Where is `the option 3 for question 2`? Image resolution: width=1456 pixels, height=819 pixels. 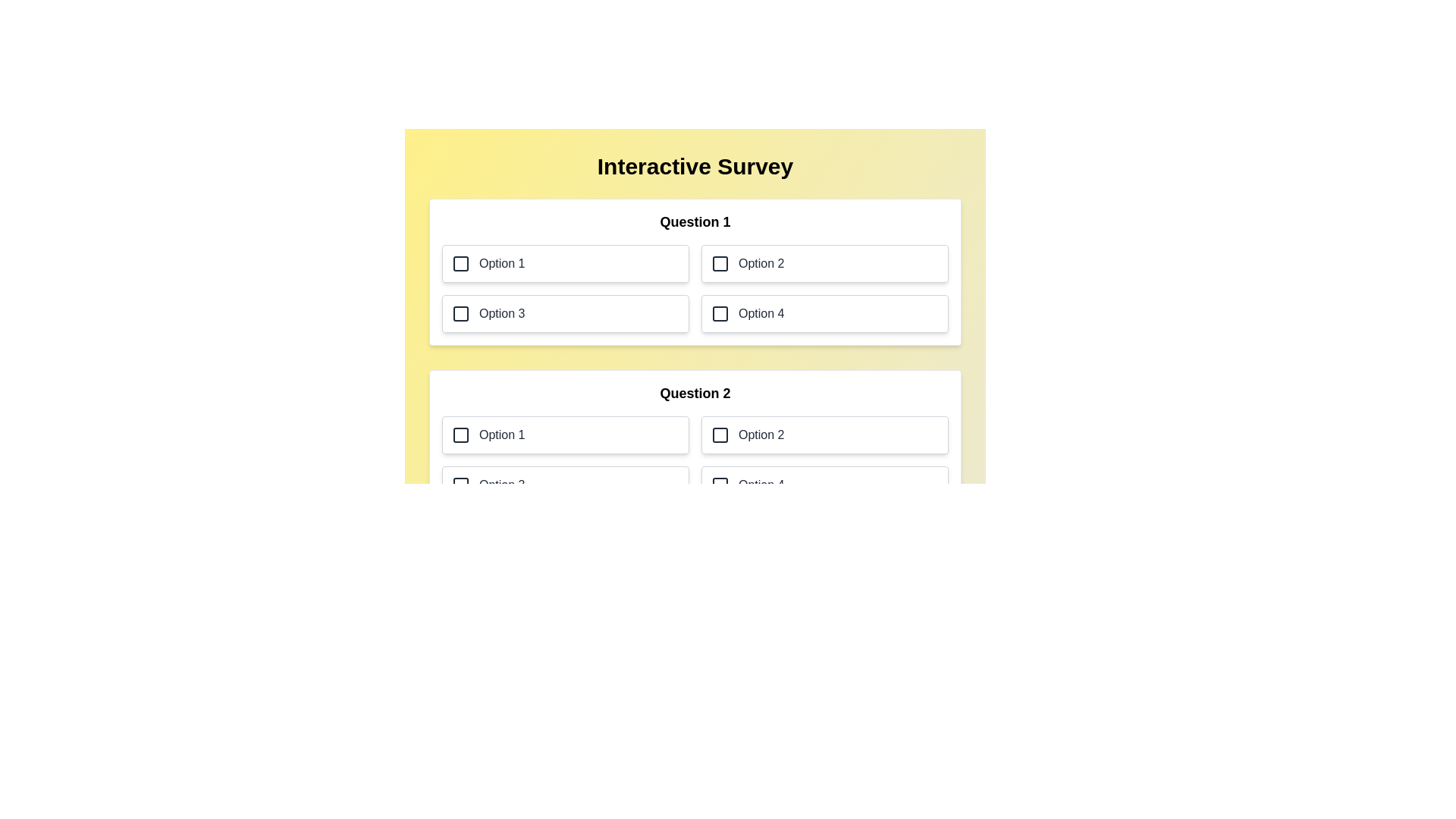 the option 3 for question 2 is located at coordinates (564, 485).